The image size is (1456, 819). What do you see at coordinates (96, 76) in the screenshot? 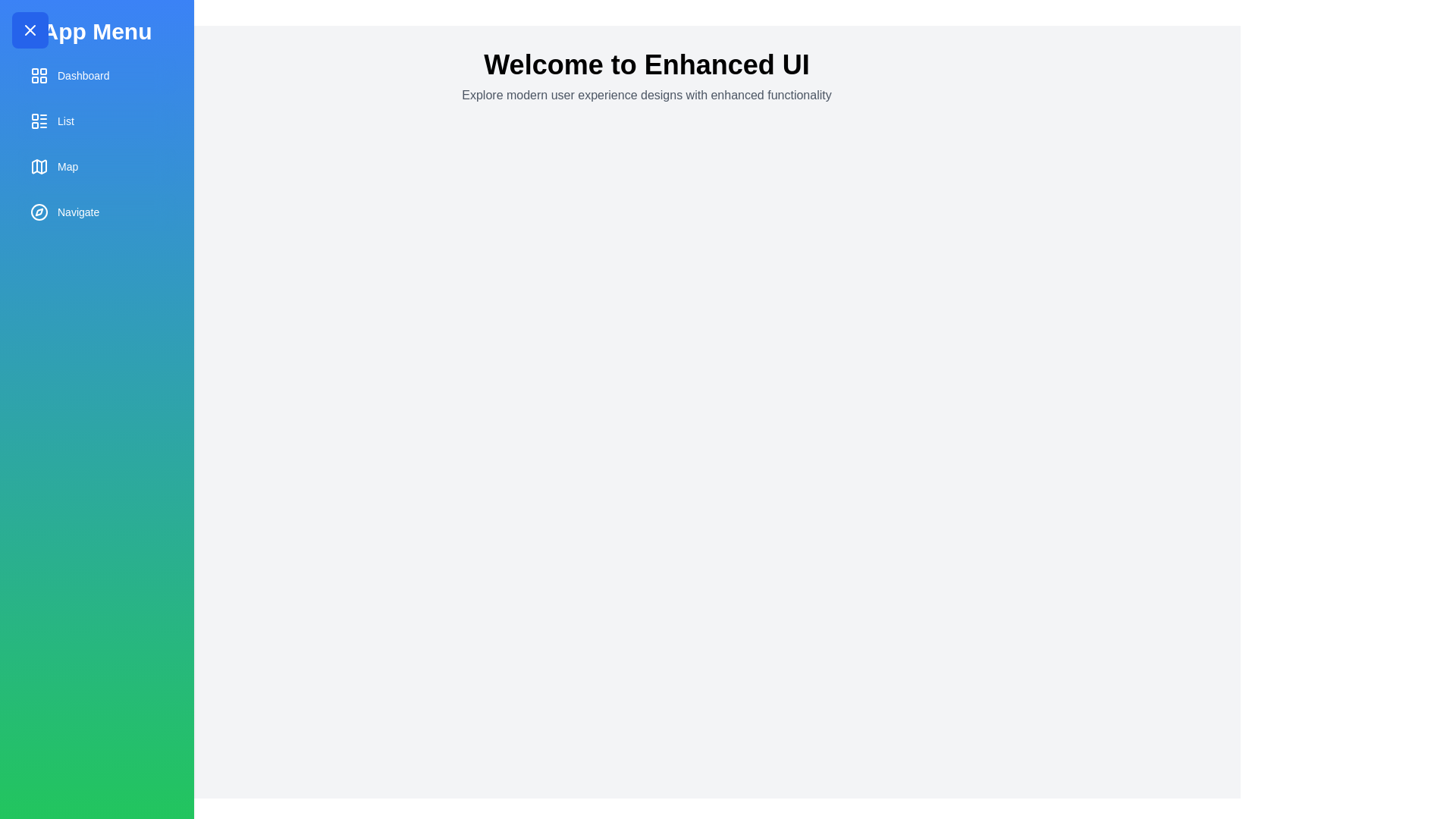
I see `the menu item Dashboard to observe its hover effect` at bounding box center [96, 76].